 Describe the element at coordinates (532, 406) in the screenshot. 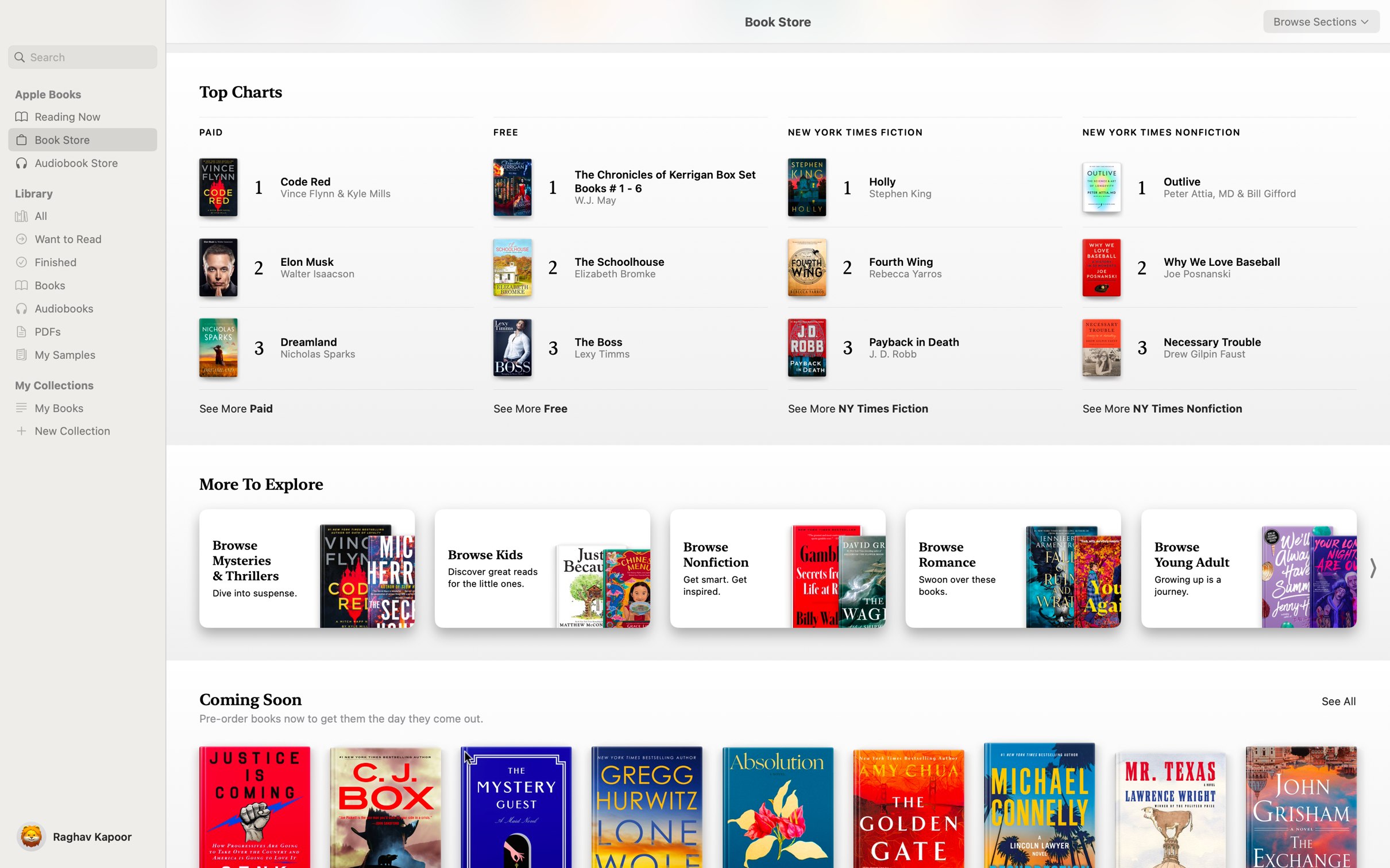

I see `Explore the entire list of no-cost books in top charts` at that location.